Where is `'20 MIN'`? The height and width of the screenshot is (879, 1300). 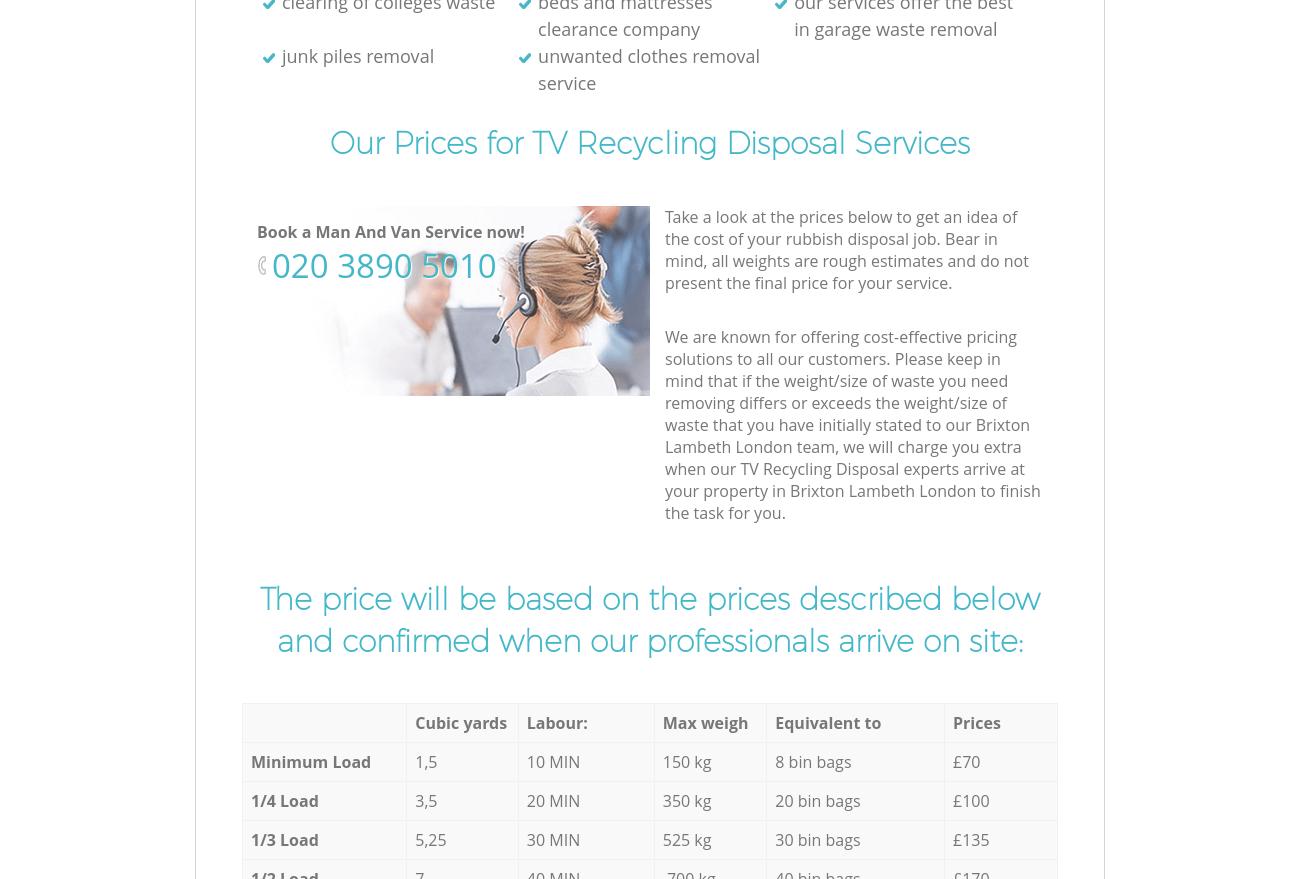 '20 MIN' is located at coordinates (552, 800).